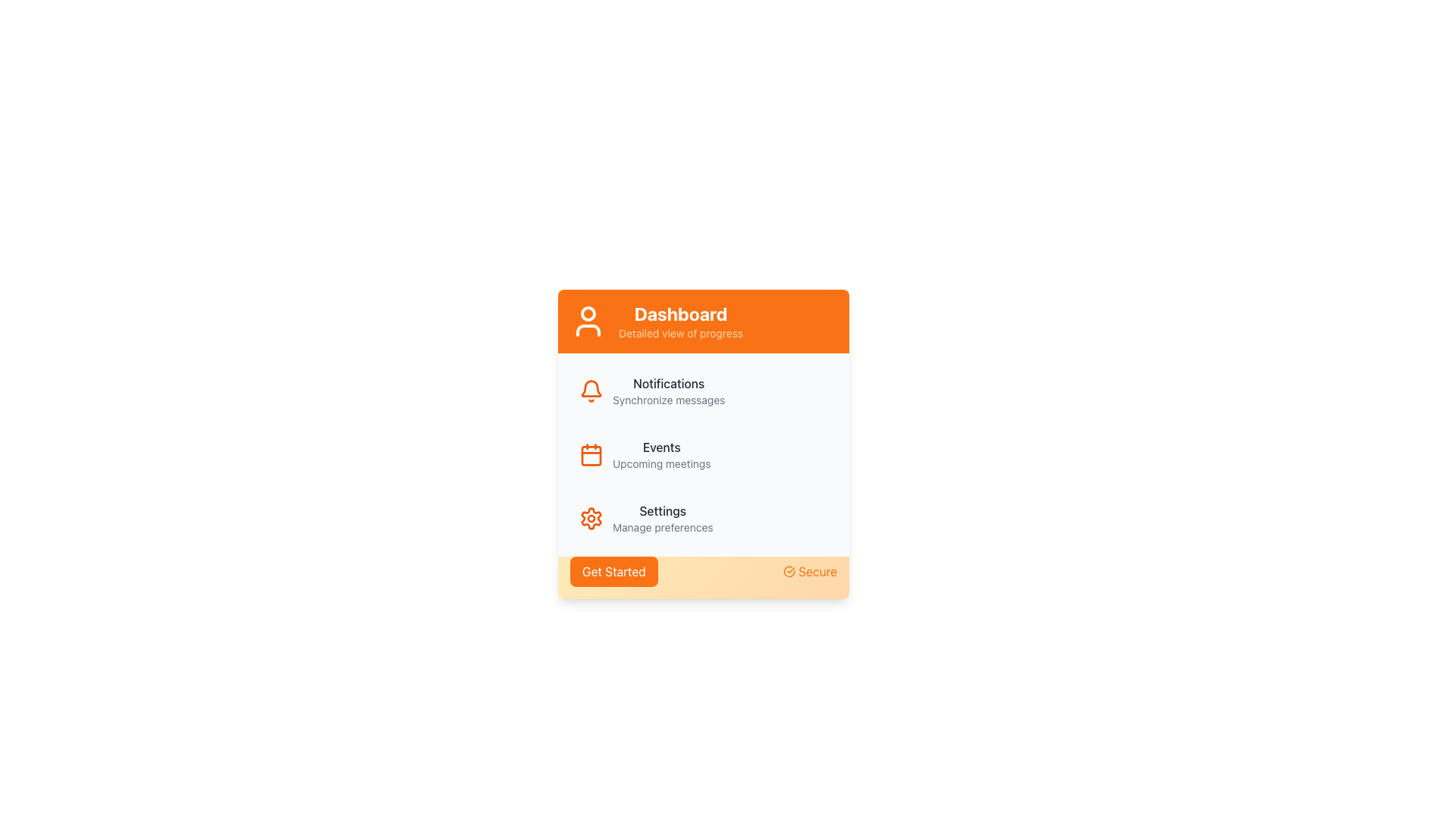 The image size is (1456, 819). Describe the element at coordinates (663, 526) in the screenshot. I see `the descriptive text label located beneath the 'Settings' title and gear icon` at that location.